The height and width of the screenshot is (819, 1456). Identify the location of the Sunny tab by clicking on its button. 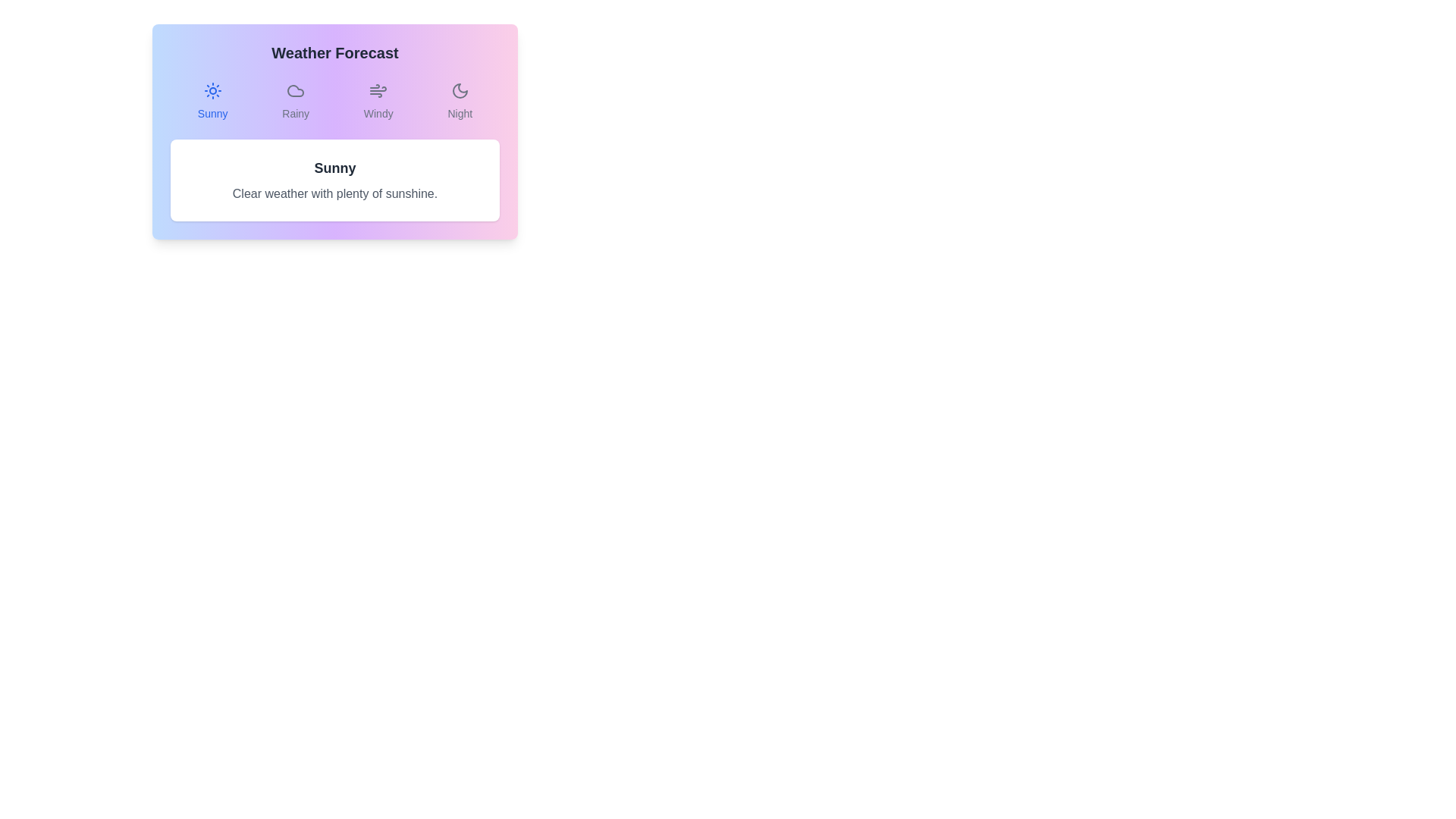
(212, 102).